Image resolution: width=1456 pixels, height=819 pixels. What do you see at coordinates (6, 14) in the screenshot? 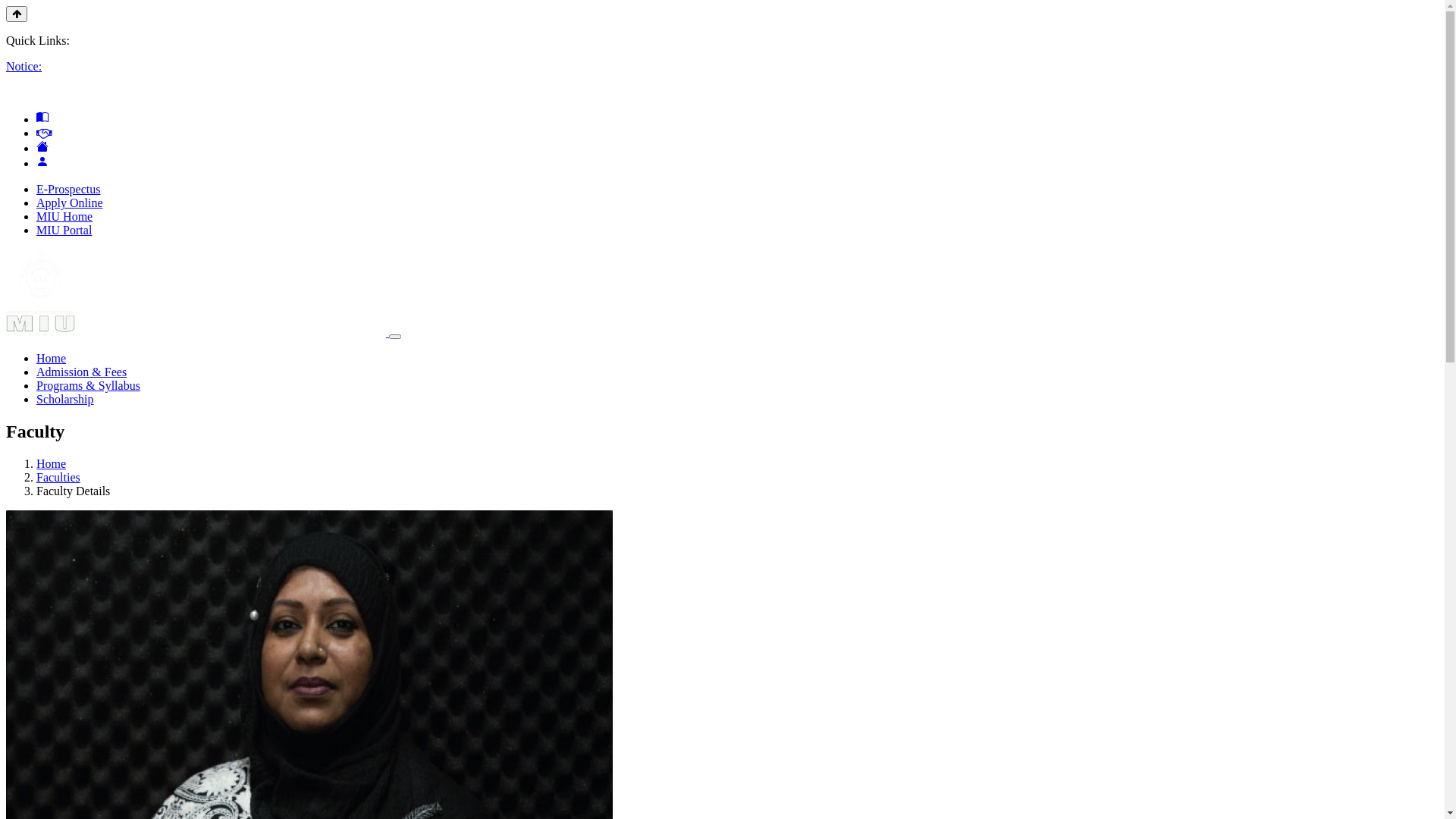
I see `'Go to top'` at bounding box center [6, 14].